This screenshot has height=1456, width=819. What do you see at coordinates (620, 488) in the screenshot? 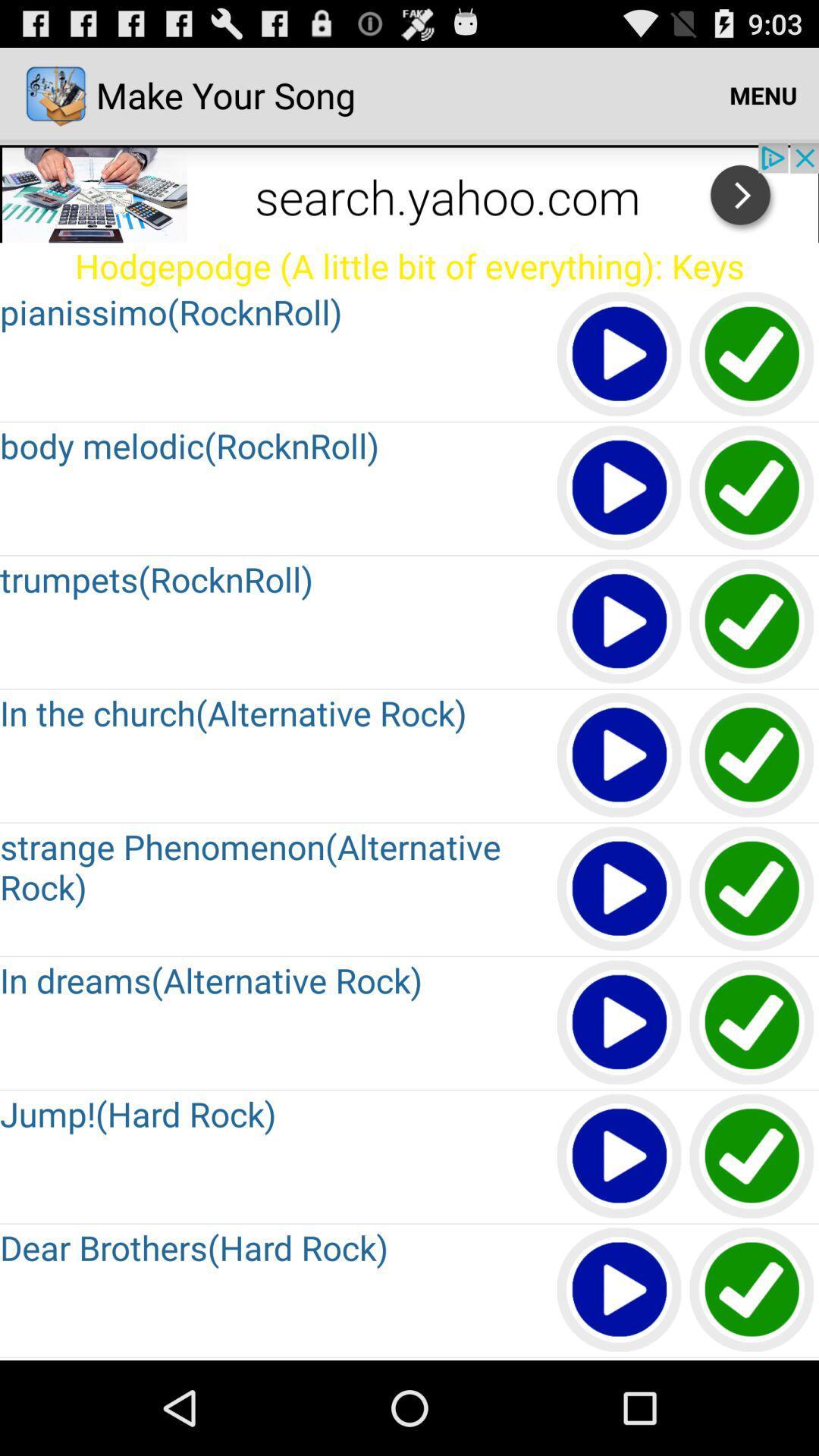
I see `the play button` at bounding box center [620, 488].